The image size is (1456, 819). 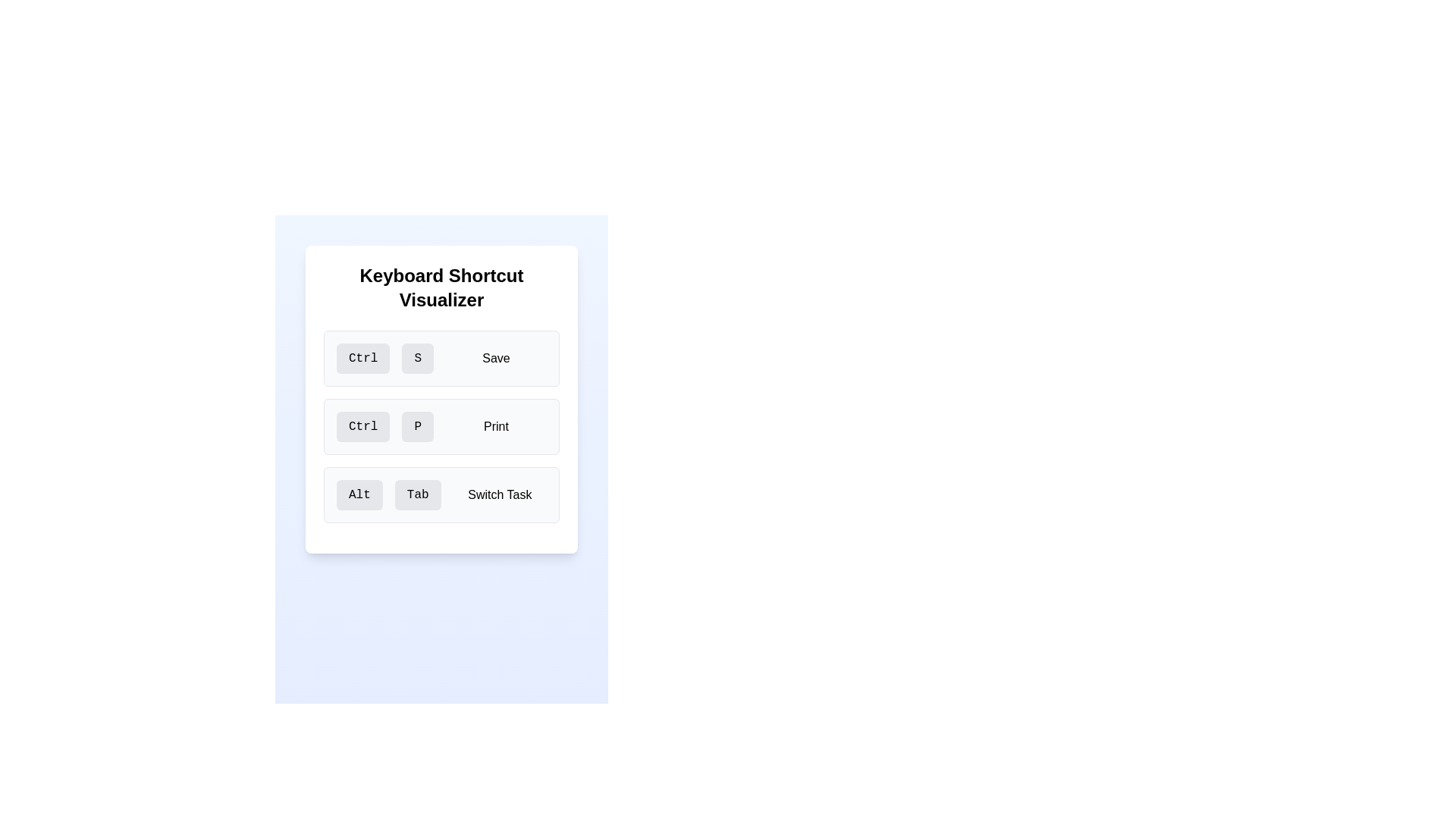 What do you see at coordinates (441, 494) in the screenshot?
I see `the 'Alt' button within the Composite widget that has a light gray background and contains buttons and labels` at bounding box center [441, 494].